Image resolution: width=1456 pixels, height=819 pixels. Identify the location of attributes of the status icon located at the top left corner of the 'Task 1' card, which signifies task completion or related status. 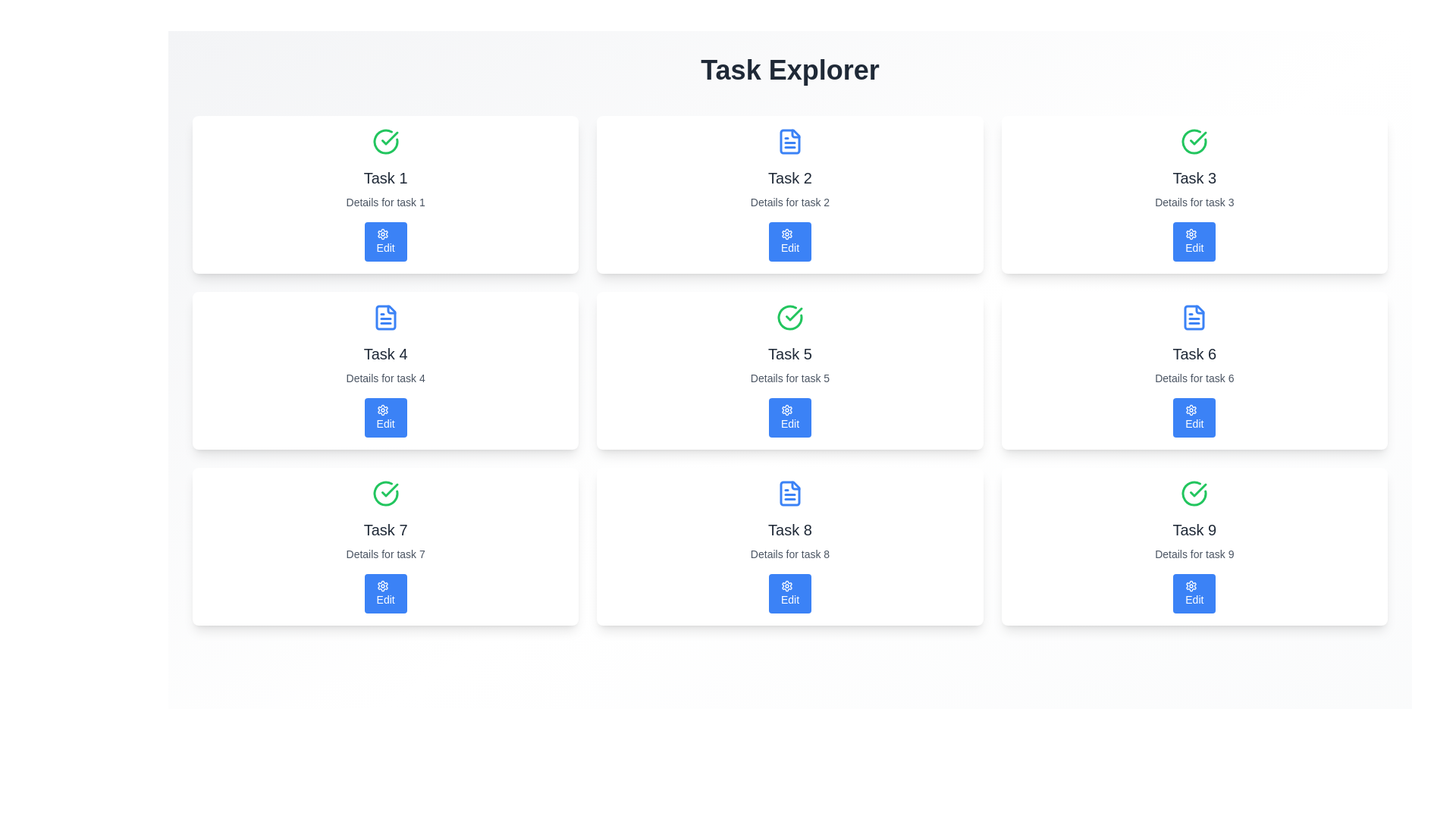
(389, 138).